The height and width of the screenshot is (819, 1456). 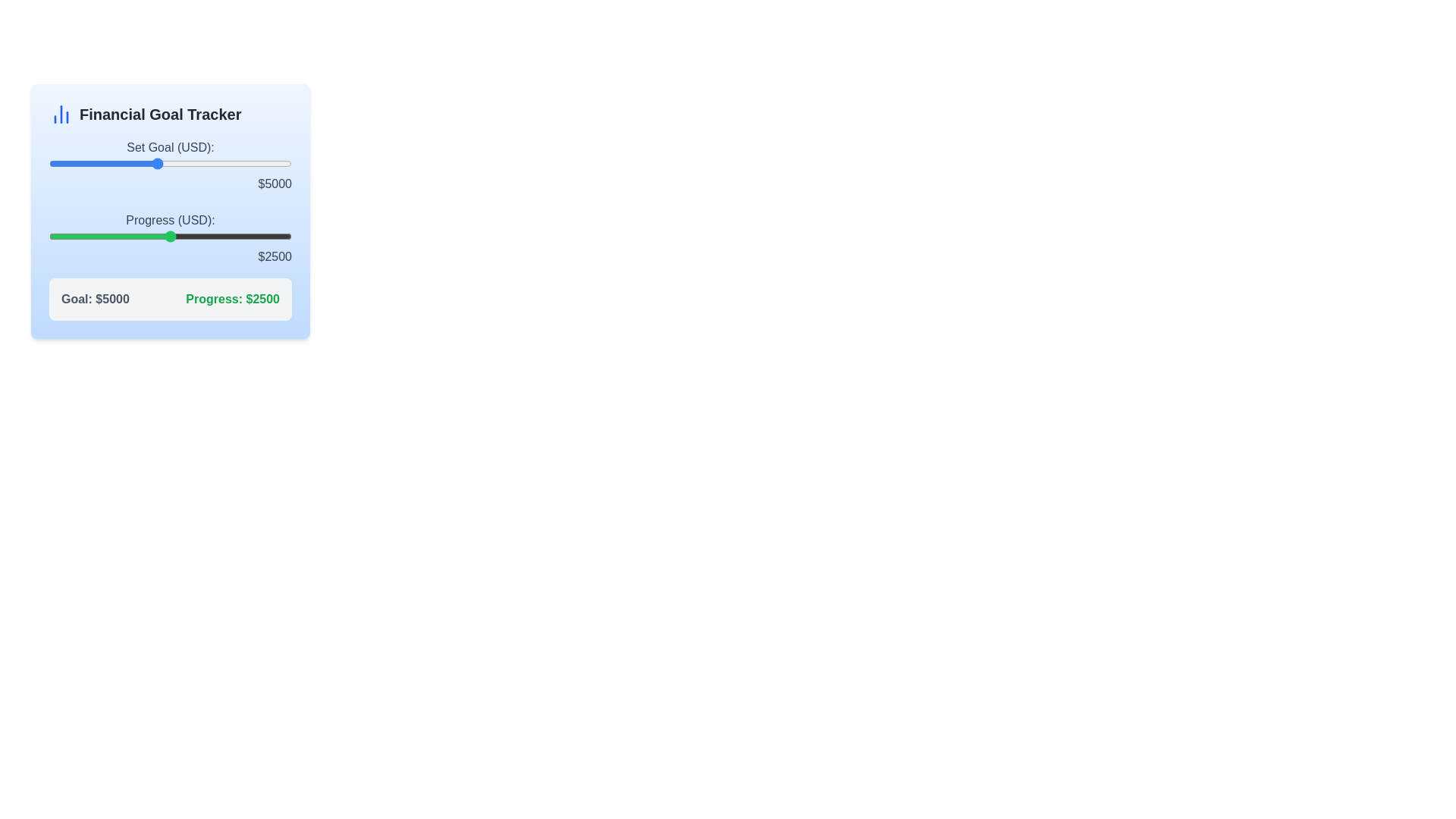 I want to click on the financial goal slider to 9238 USD, so click(x=271, y=164).